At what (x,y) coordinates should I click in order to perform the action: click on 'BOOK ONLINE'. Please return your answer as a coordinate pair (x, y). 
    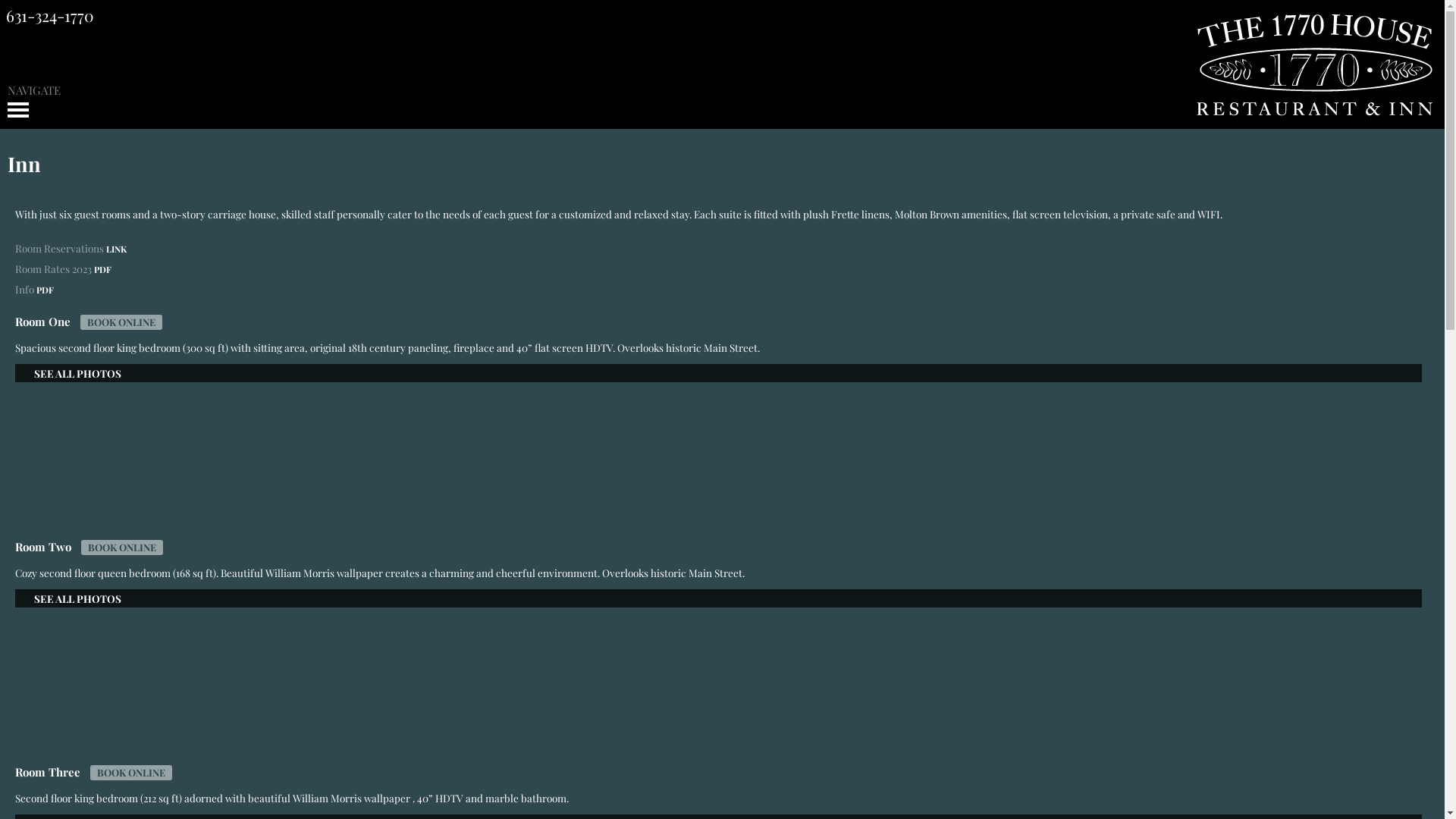
    Looking at the image, I should click on (120, 321).